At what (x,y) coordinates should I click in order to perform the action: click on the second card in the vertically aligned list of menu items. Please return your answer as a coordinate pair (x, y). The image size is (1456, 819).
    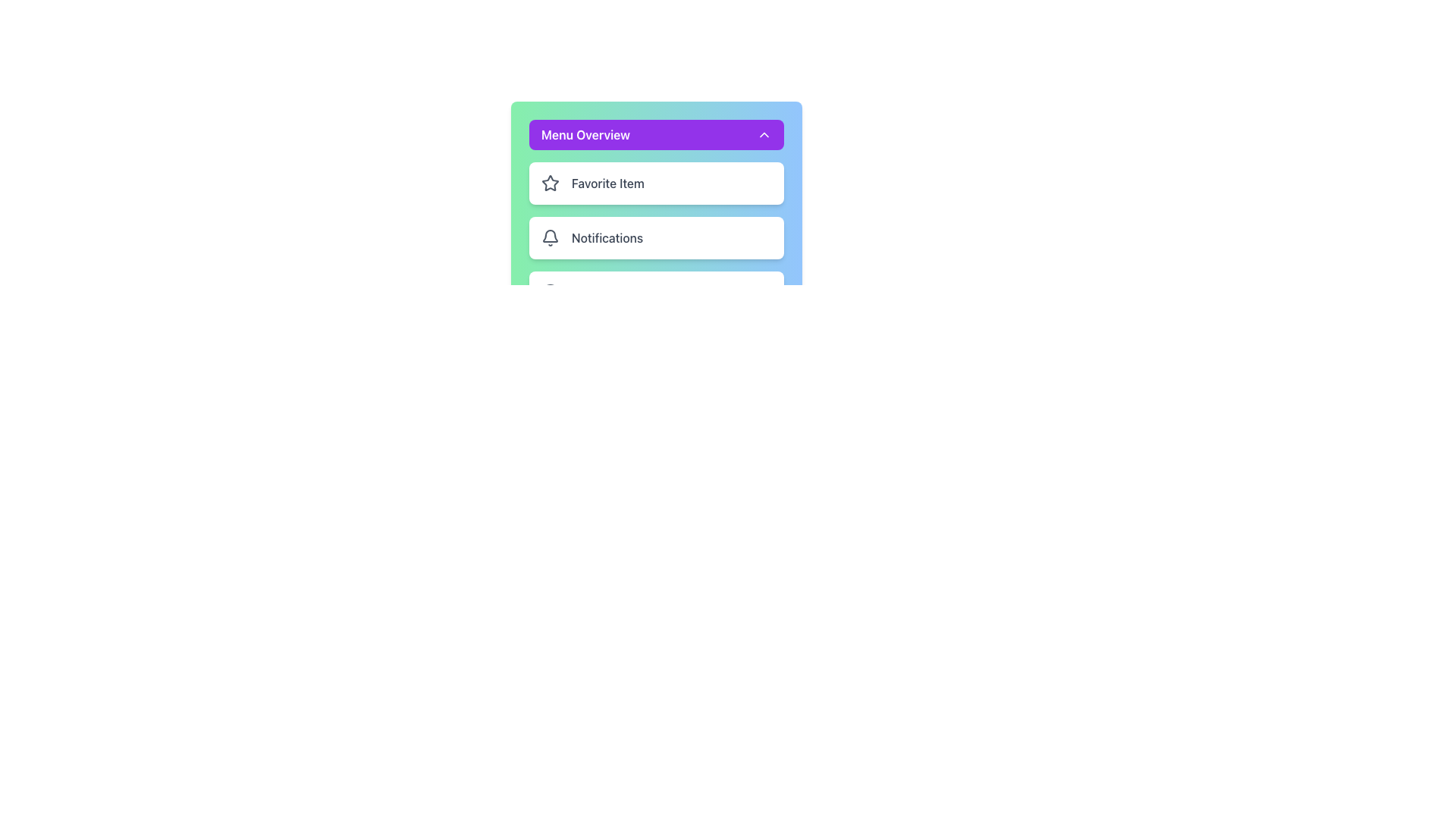
    Looking at the image, I should click on (656, 237).